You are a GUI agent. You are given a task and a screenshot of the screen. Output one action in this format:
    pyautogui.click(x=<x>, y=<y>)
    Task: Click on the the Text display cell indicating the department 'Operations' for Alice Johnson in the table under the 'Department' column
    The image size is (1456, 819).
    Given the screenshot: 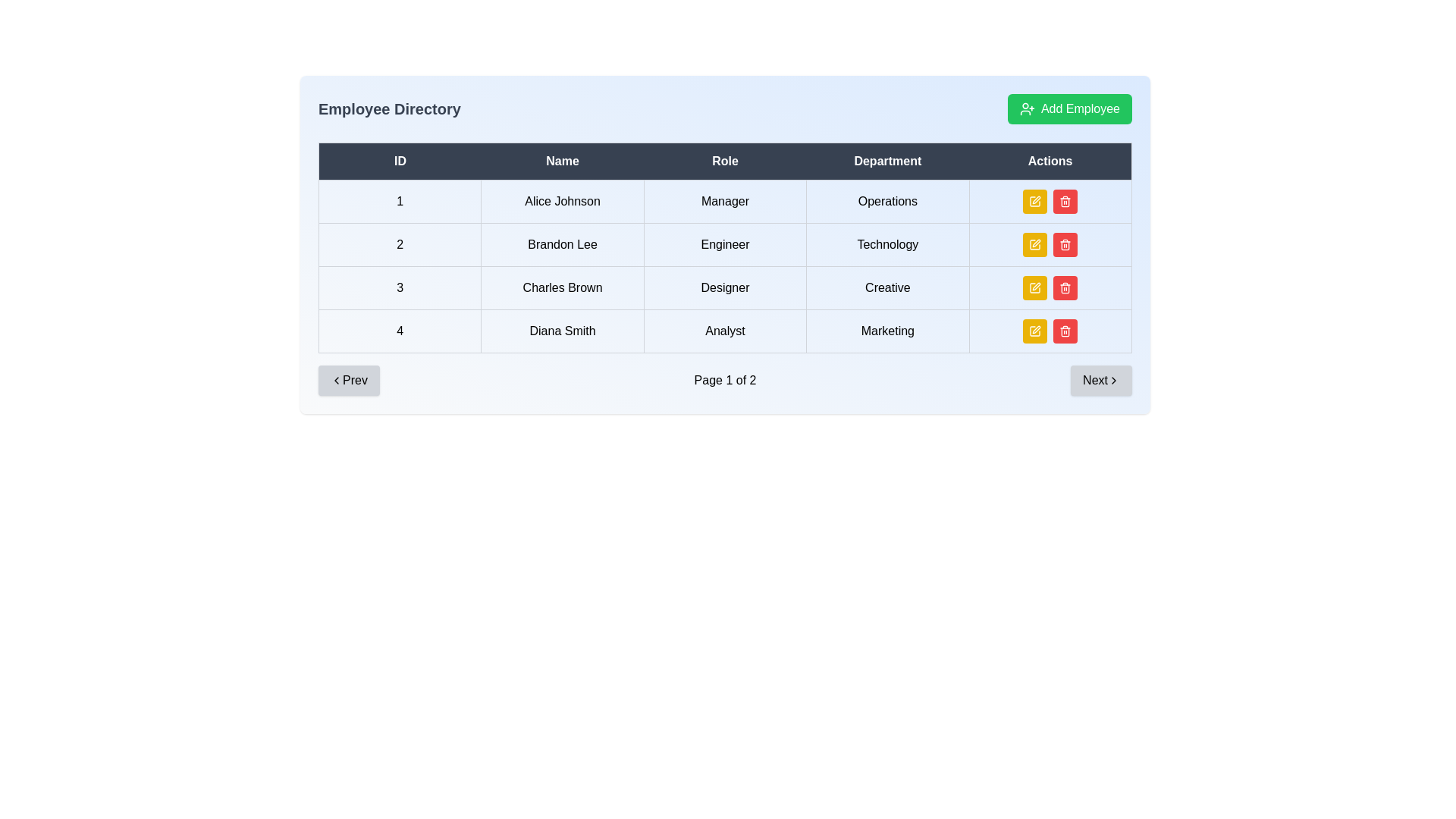 What is the action you would take?
    pyautogui.click(x=887, y=201)
    